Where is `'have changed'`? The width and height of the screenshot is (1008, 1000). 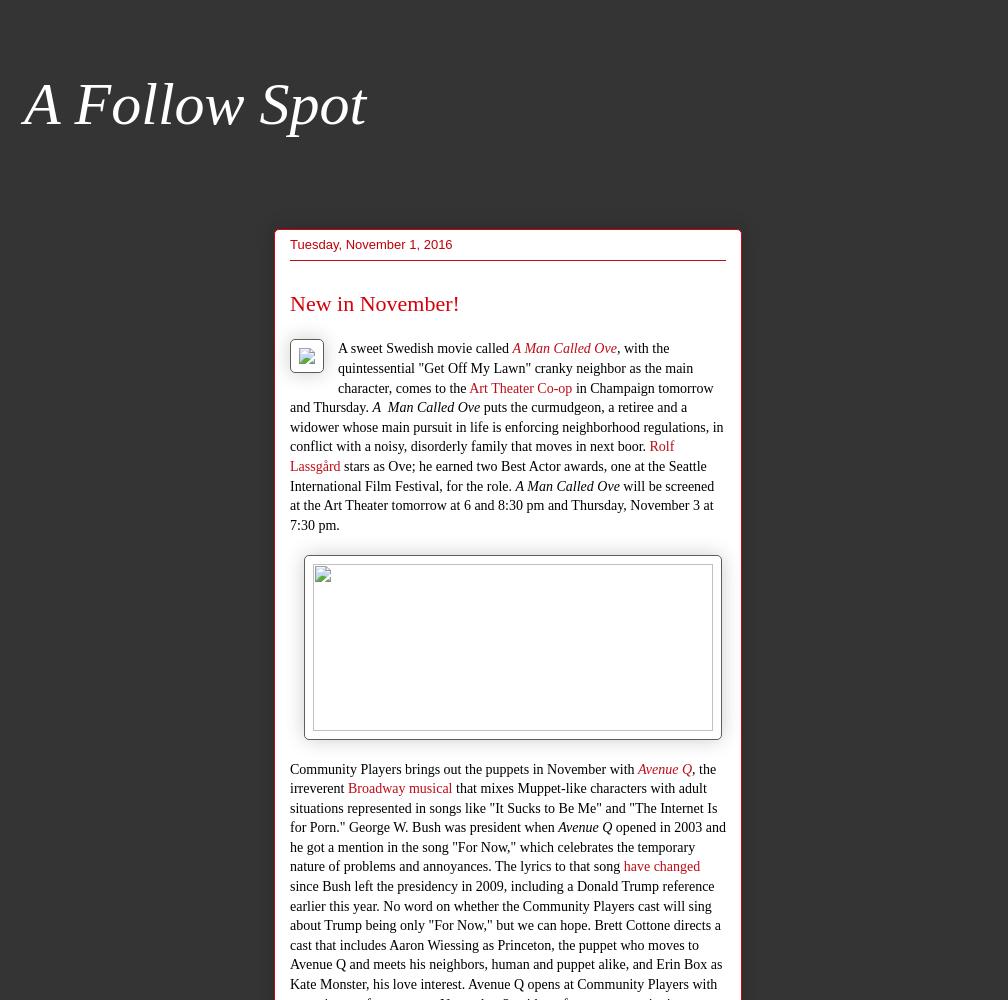
'have changed' is located at coordinates (661, 865).